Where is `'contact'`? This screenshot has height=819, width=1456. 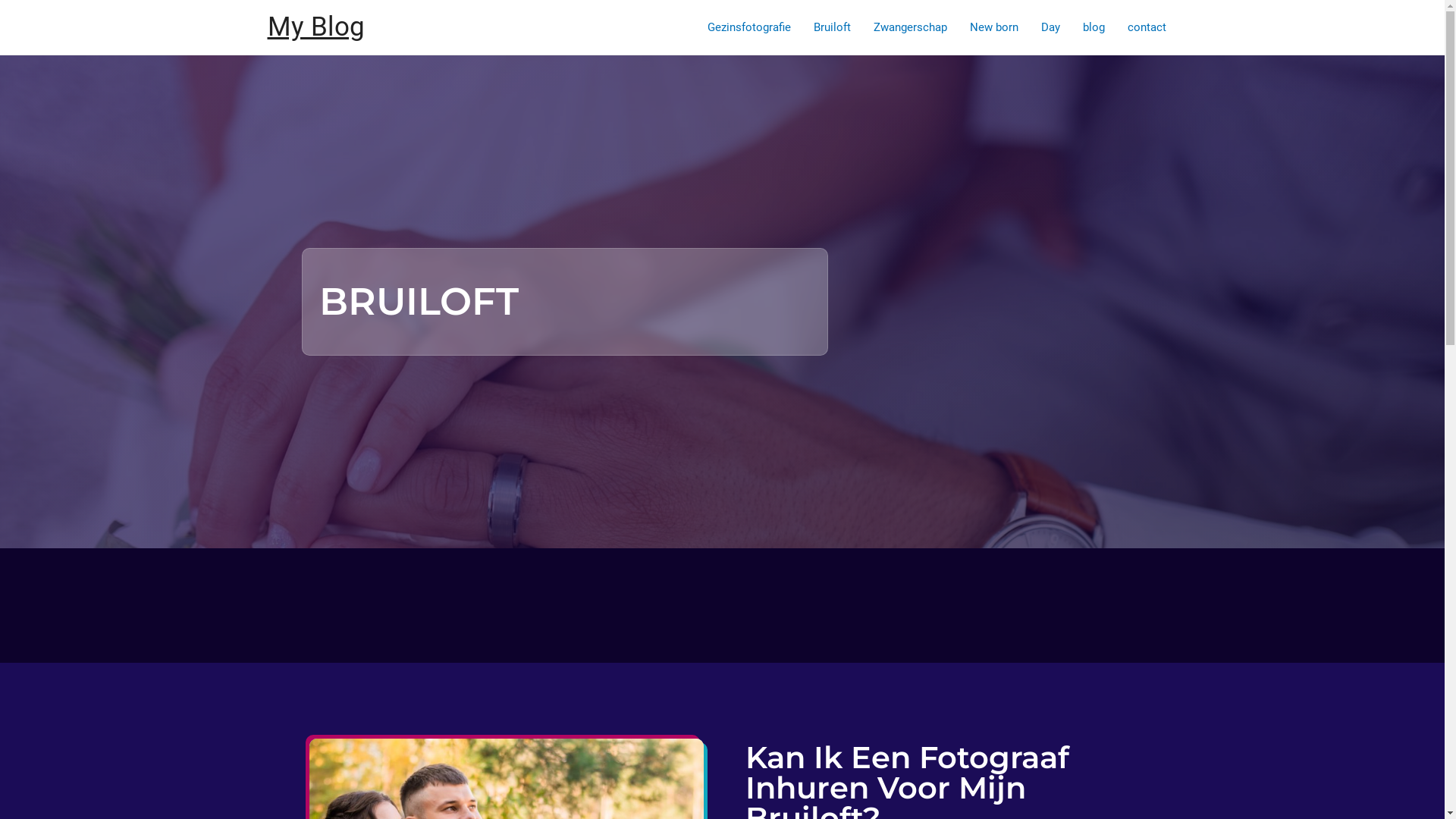 'contact' is located at coordinates (1147, 27).